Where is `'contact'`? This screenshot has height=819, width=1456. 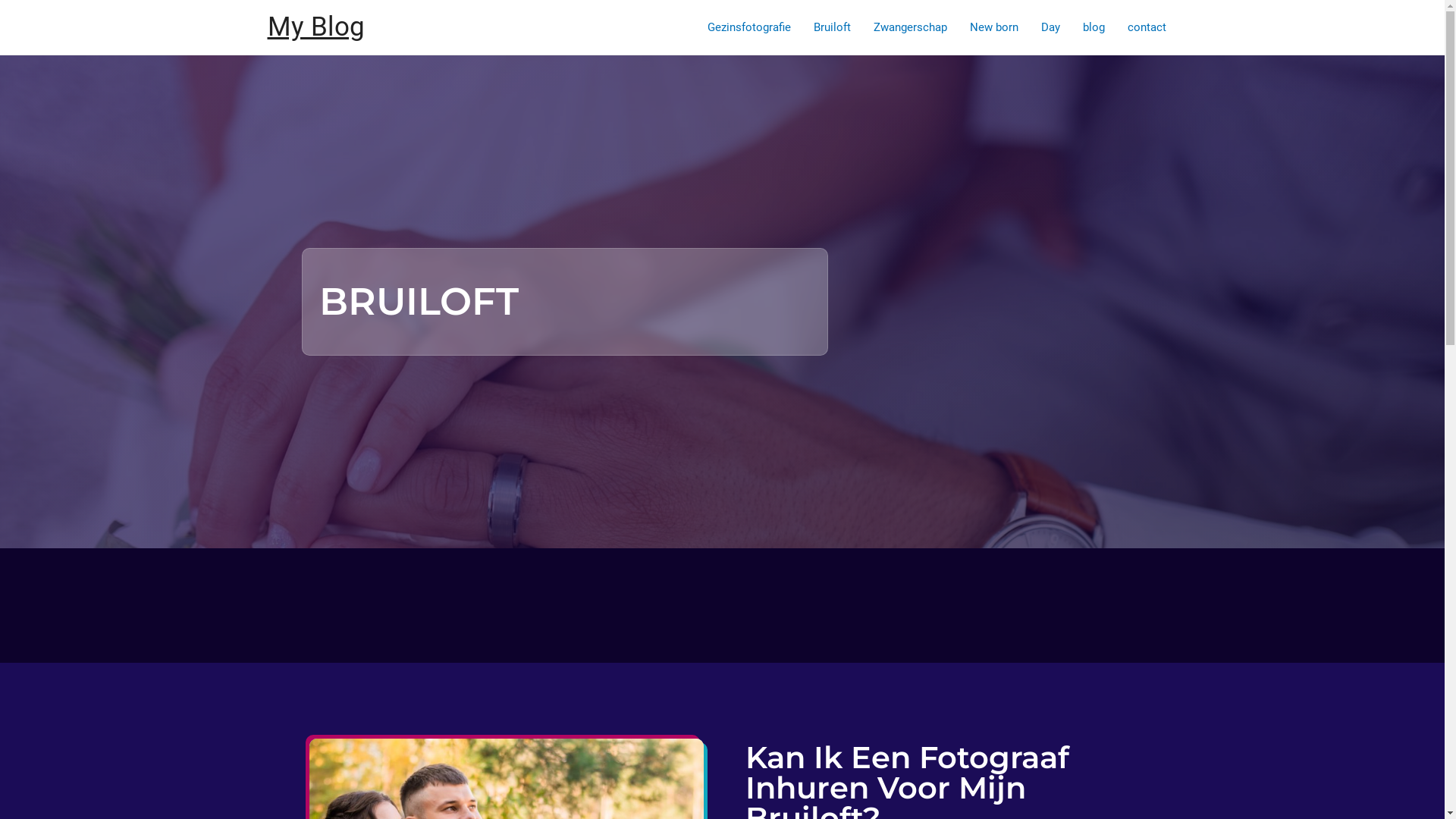 'contact' is located at coordinates (1147, 27).